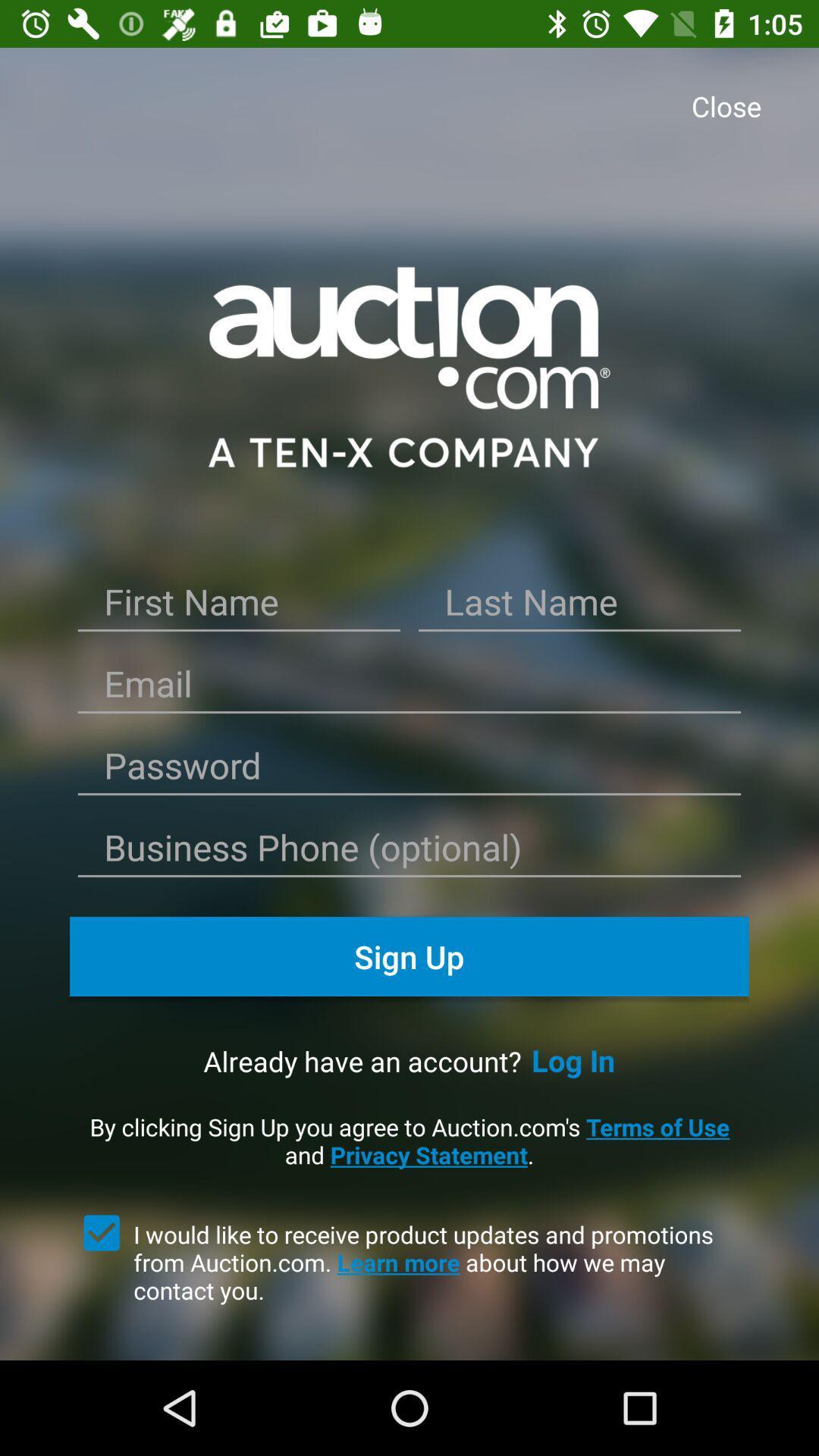 The height and width of the screenshot is (1456, 819). I want to click on first name, so click(239, 607).